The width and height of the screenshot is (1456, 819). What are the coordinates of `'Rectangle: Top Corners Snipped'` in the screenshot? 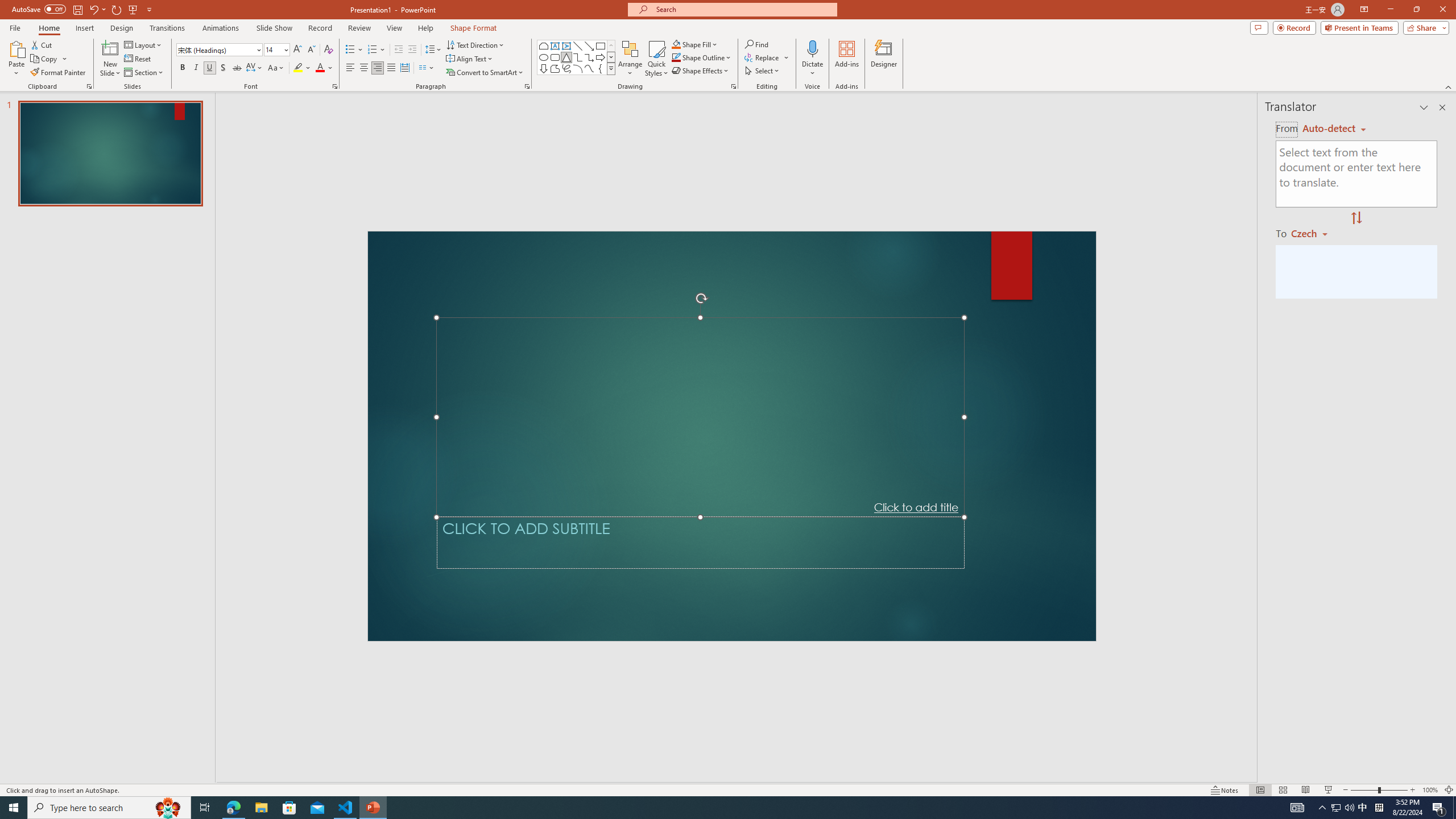 It's located at (543, 45).